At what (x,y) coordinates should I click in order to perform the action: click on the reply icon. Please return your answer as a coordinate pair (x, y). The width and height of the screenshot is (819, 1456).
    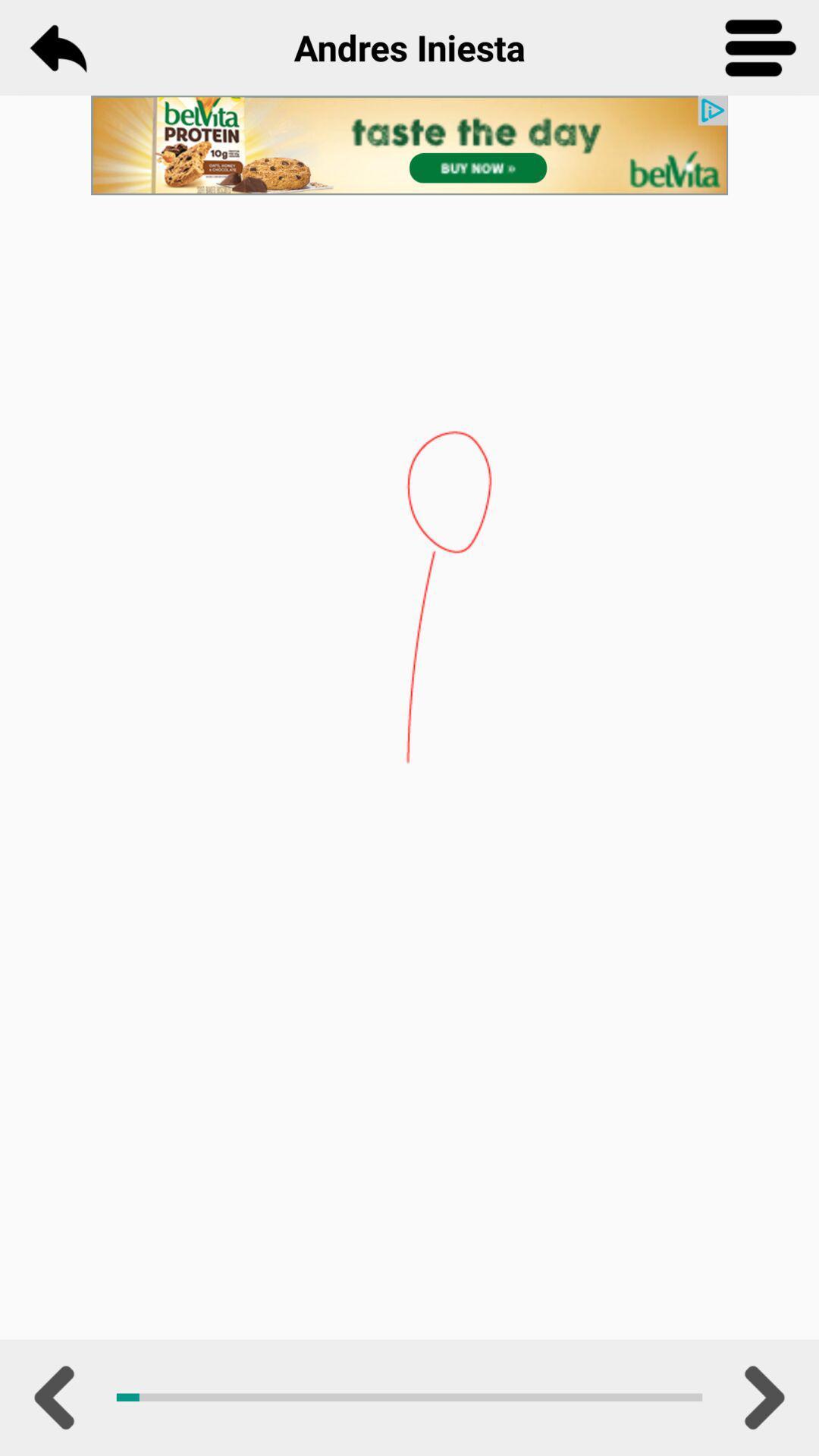
    Looking at the image, I should click on (57, 47).